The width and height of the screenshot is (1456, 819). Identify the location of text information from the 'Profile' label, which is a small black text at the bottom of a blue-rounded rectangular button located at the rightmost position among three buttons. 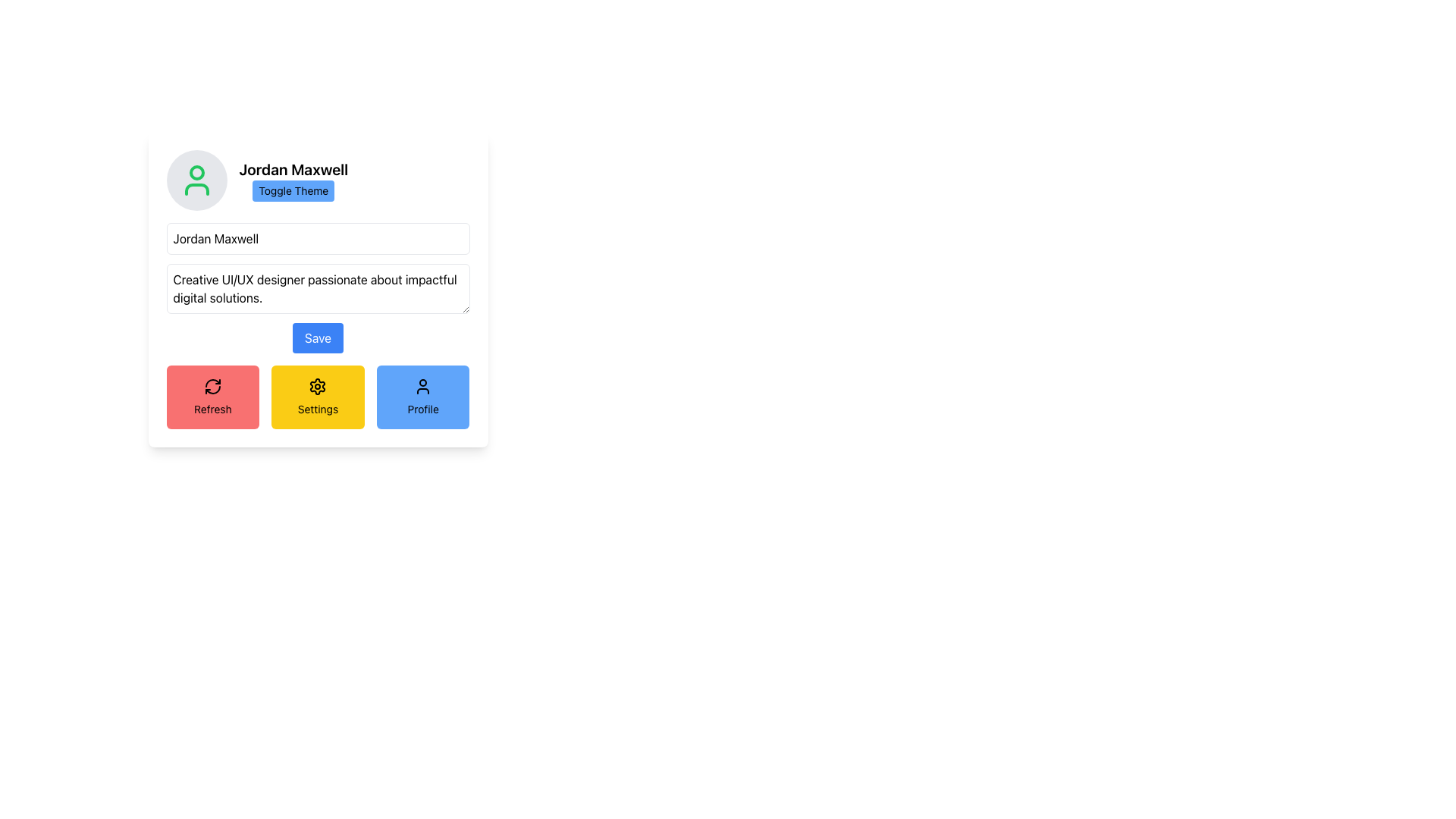
(423, 409).